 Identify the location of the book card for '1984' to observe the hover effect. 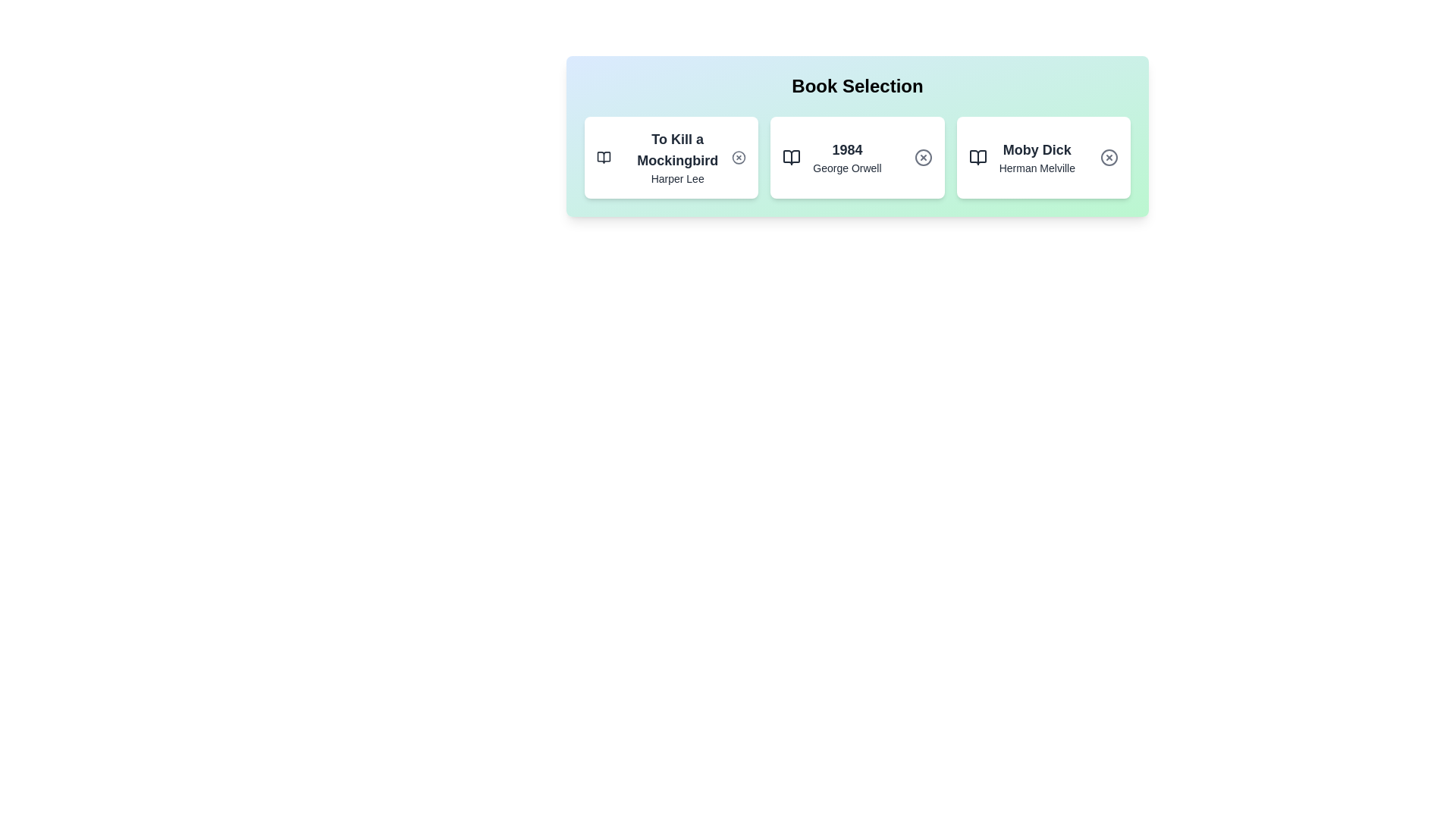
(858, 158).